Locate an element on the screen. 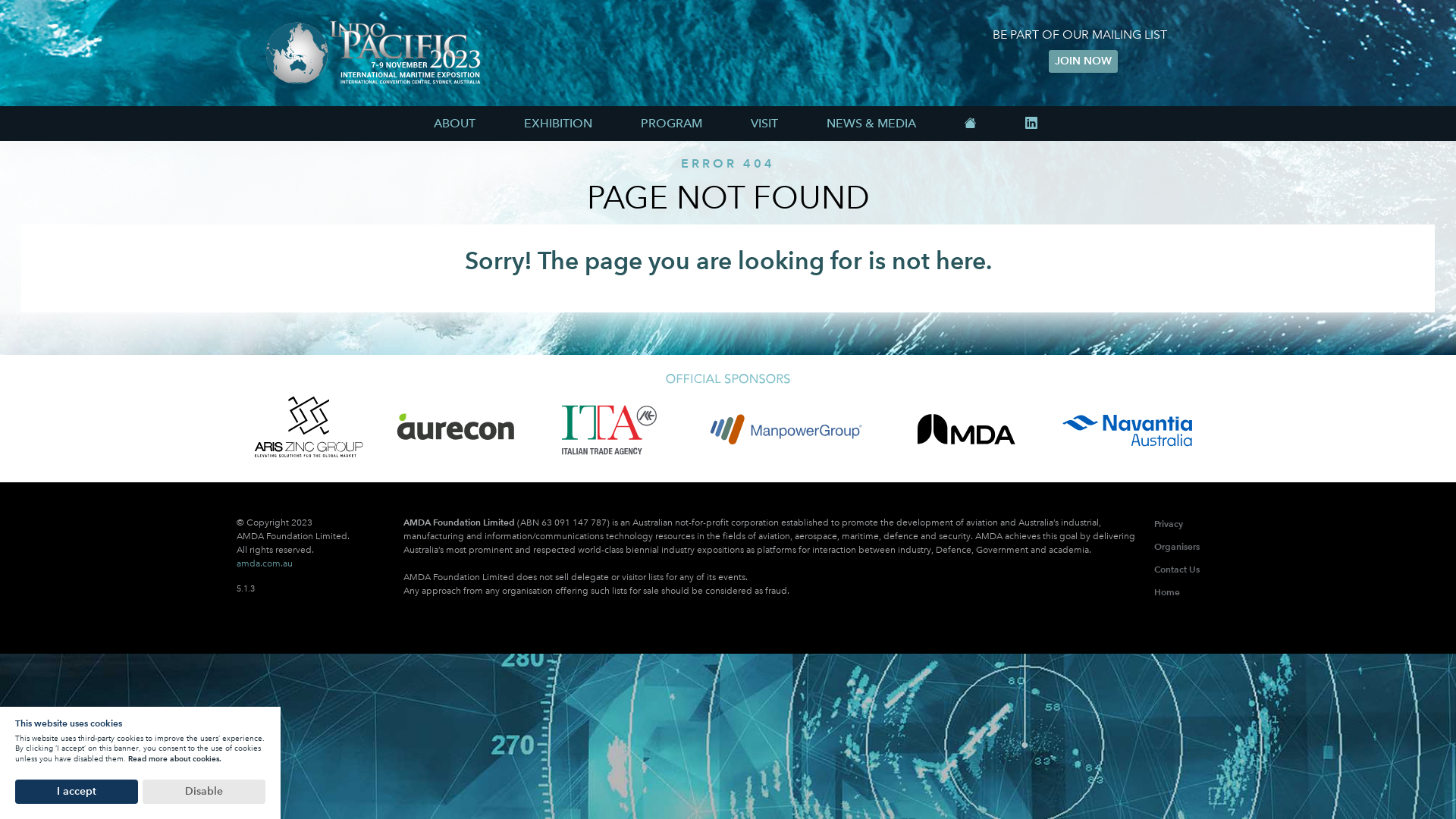 This screenshot has width=1456, height=819. 'I accept' is located at coordinates (75, 791).